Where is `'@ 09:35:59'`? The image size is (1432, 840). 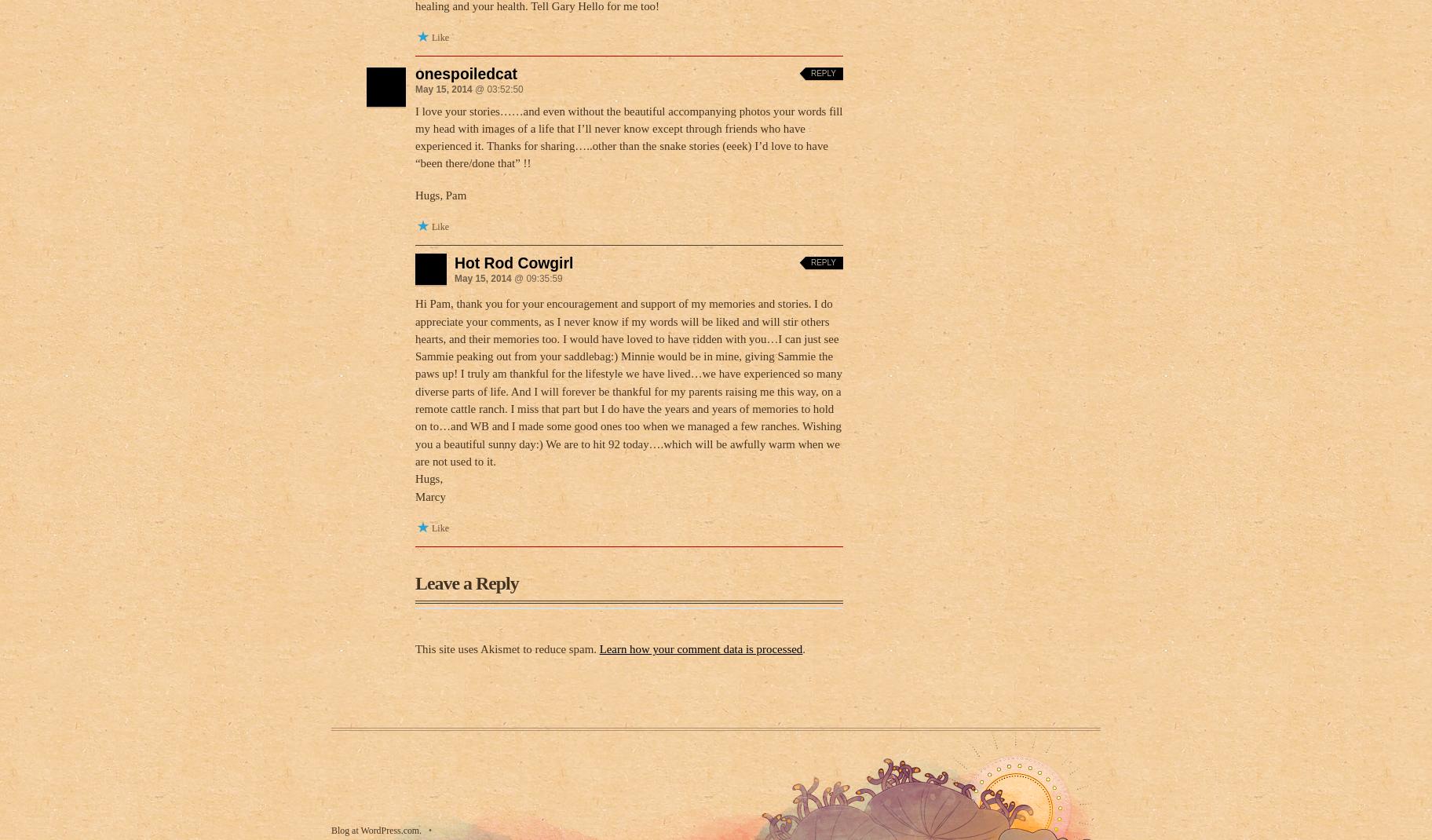 '@ 09:35:59' is located at coordinates (535, 277).